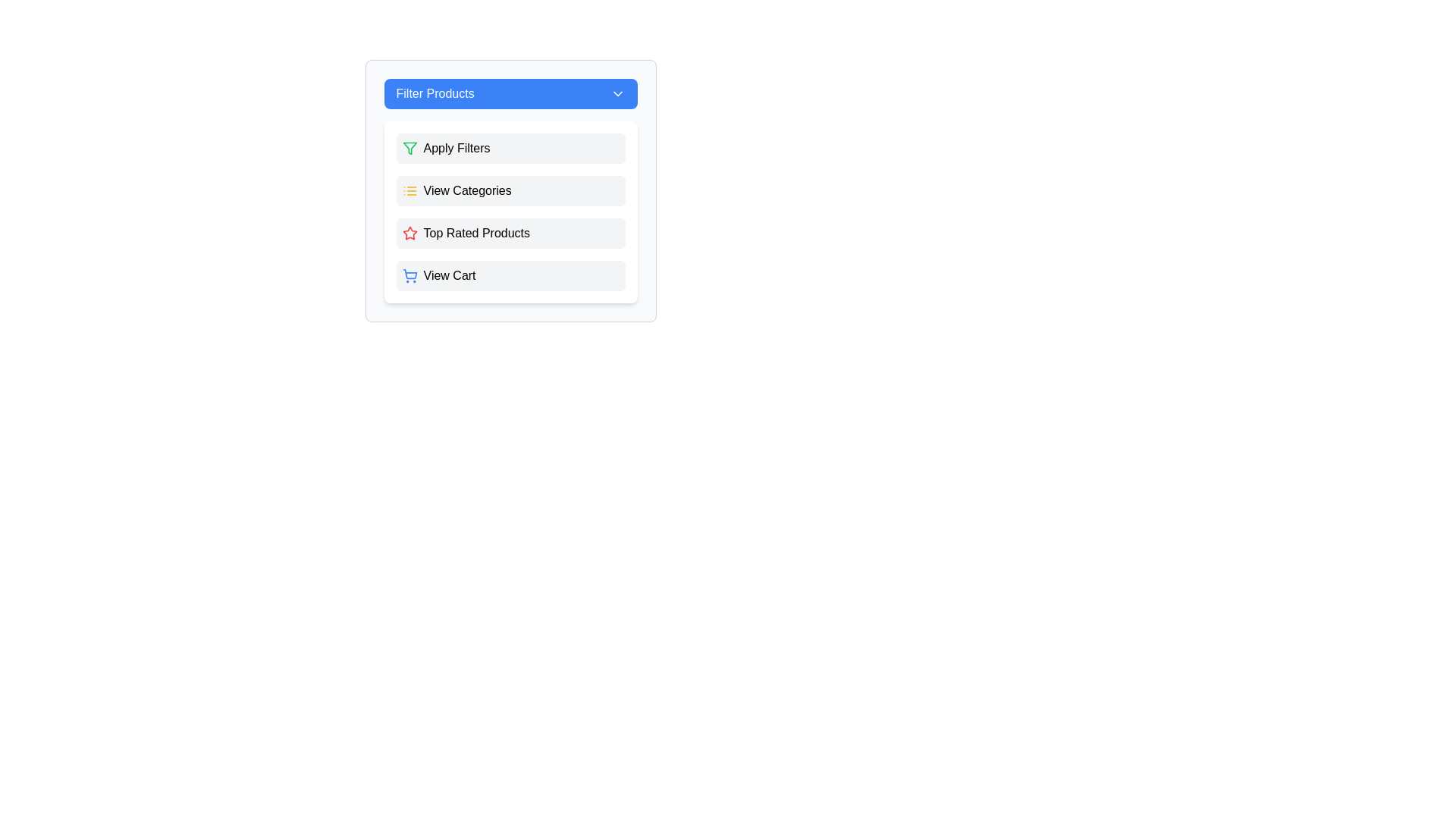 The height and width of the screenshot is (819, 1456). Describe the element at coordinates (409, 149) in the screenshot. I see `the filtering icon located to the left of the 'Apply Filters' text in the menu under the 'Filter Products' dropdown` at that location.